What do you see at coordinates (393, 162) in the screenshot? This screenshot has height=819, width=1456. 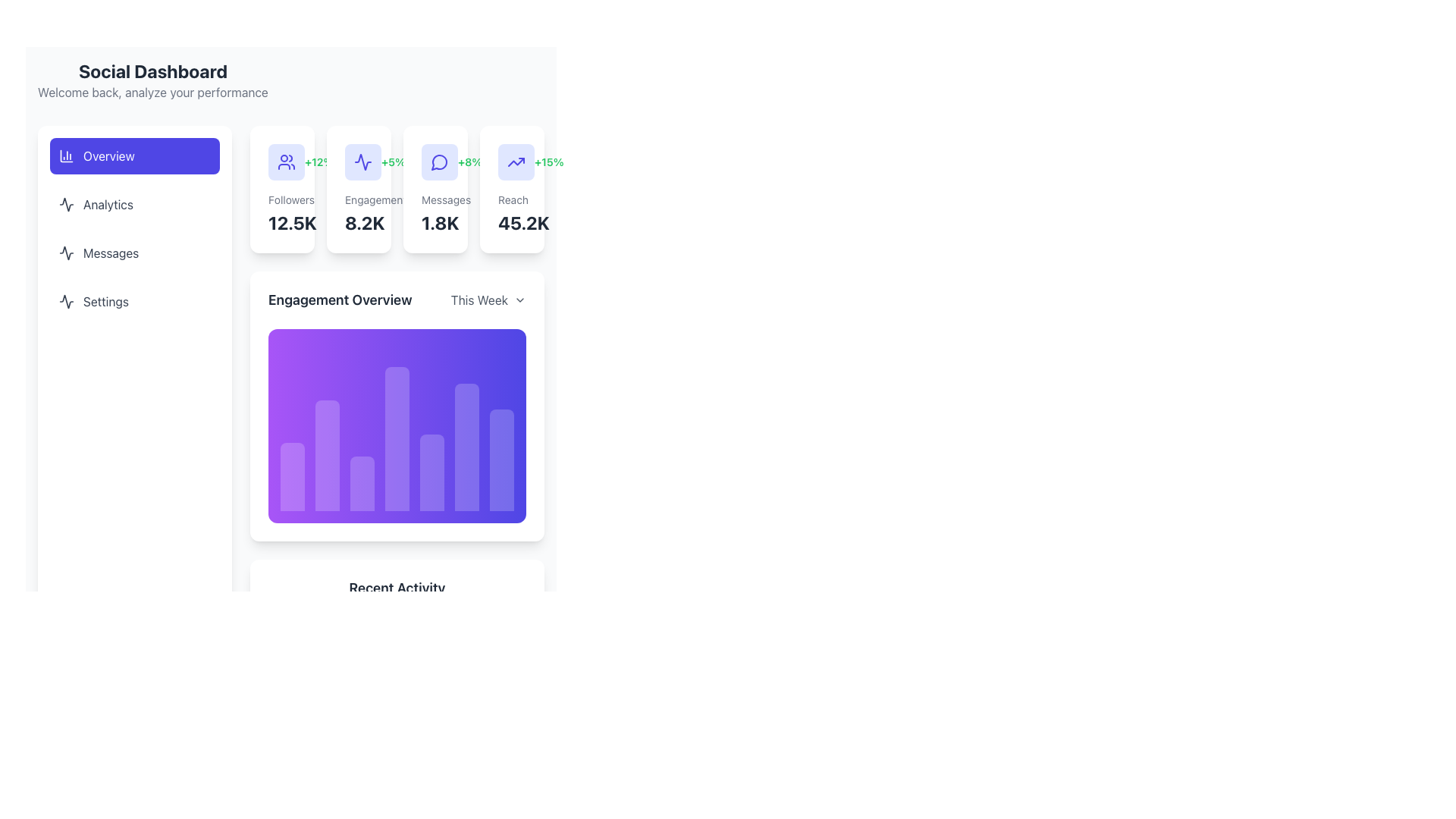 I see `the Statistical Display Text indicating a percentage change of '+5%', which is styled in green color and located in the second card of the dashboard interface` at bounding box center [393, 162].